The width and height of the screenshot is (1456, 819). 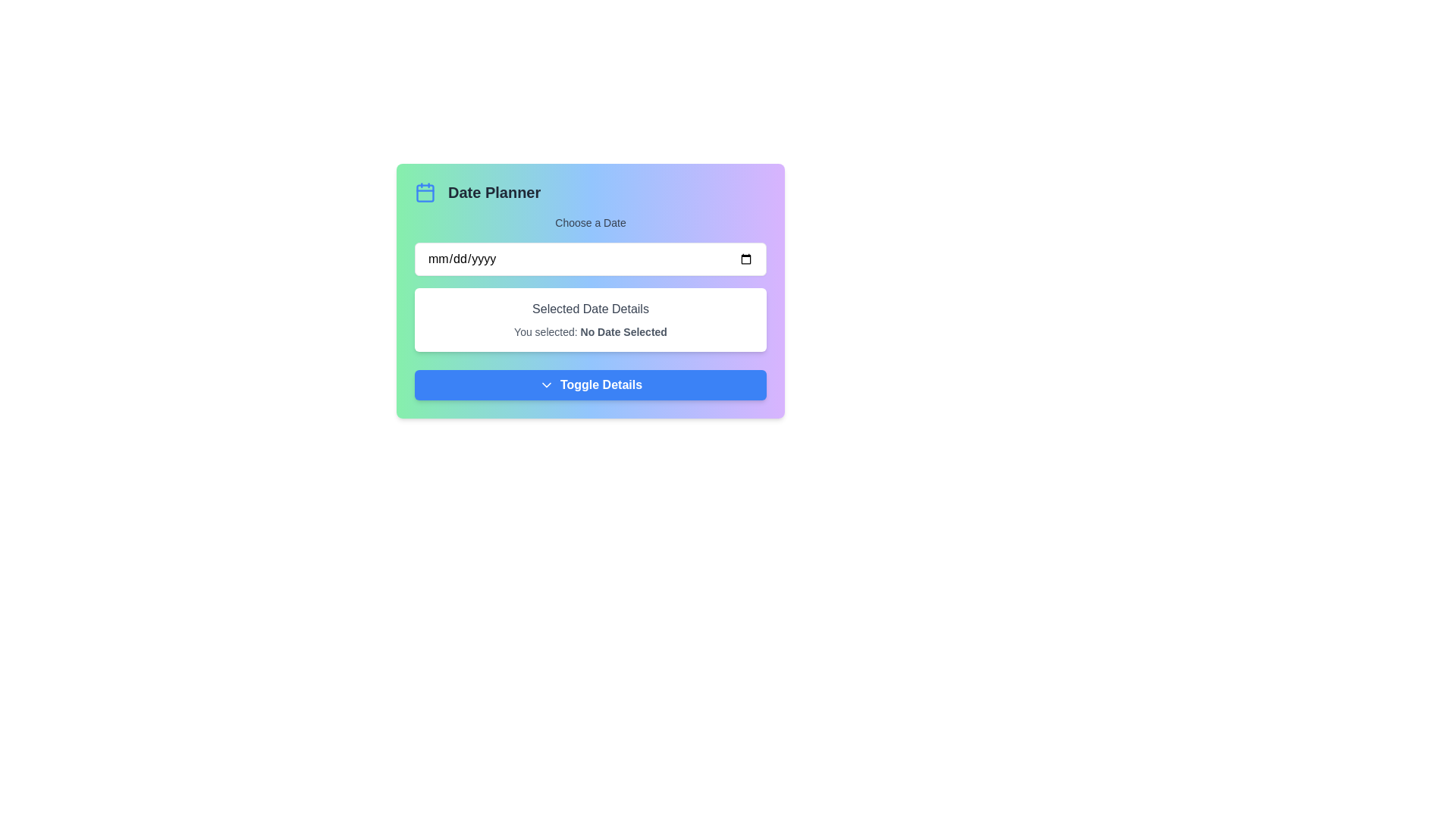 I want to click on the Text Label that indicates the section contains details about the selected date, which is positioned at the top of the white box preceding the text 'You selected: No Date Selected', so click(x=589, y=309).